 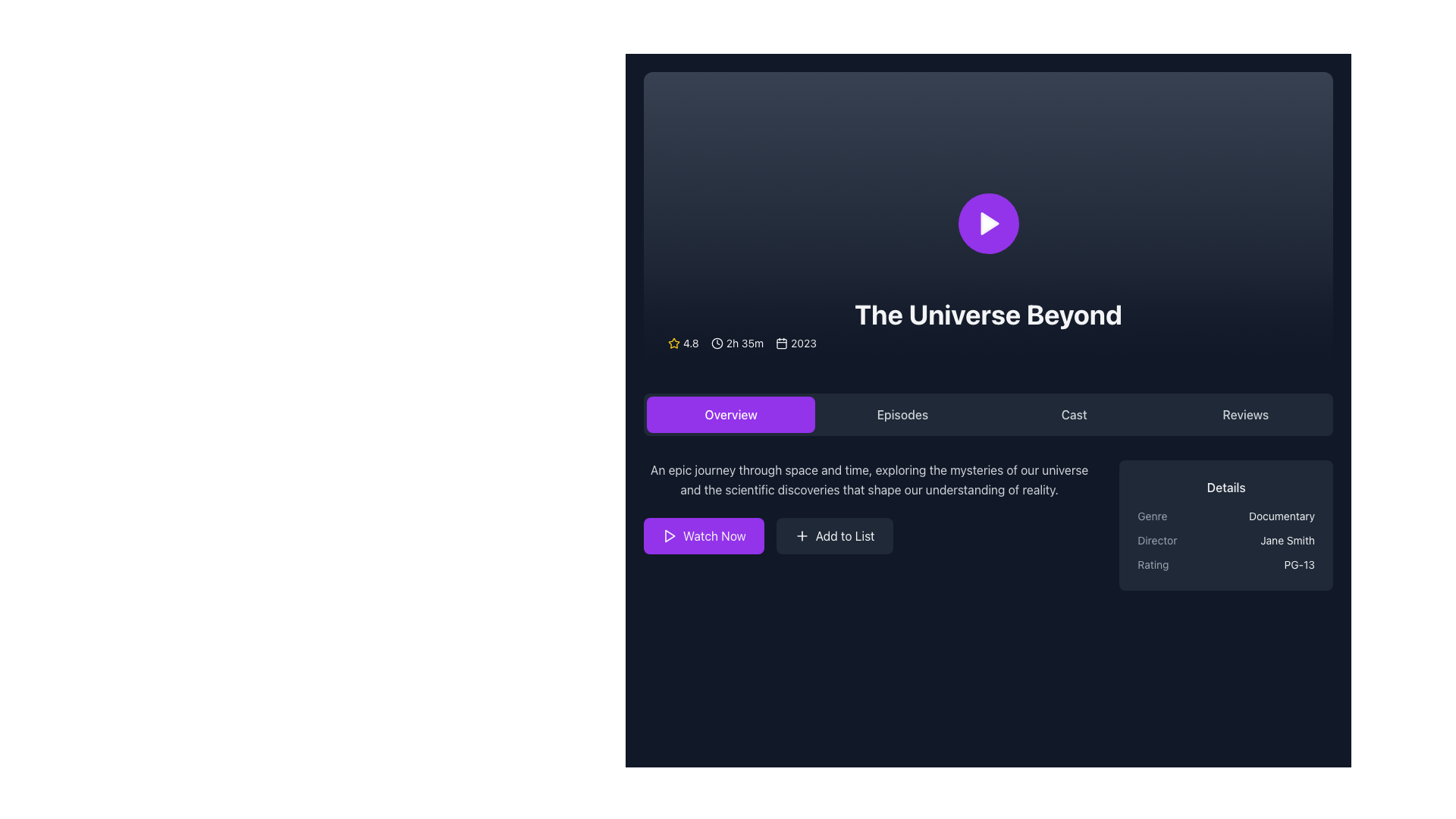 What do you see at coordinates (1153, 564) in the screenshot?
I see `the 'Rating' label, which is a textual element in light gray color on a dark background located in the 'Details' section, to the left of the rating value 'PG-13'` at bounding box center [1153, 564].